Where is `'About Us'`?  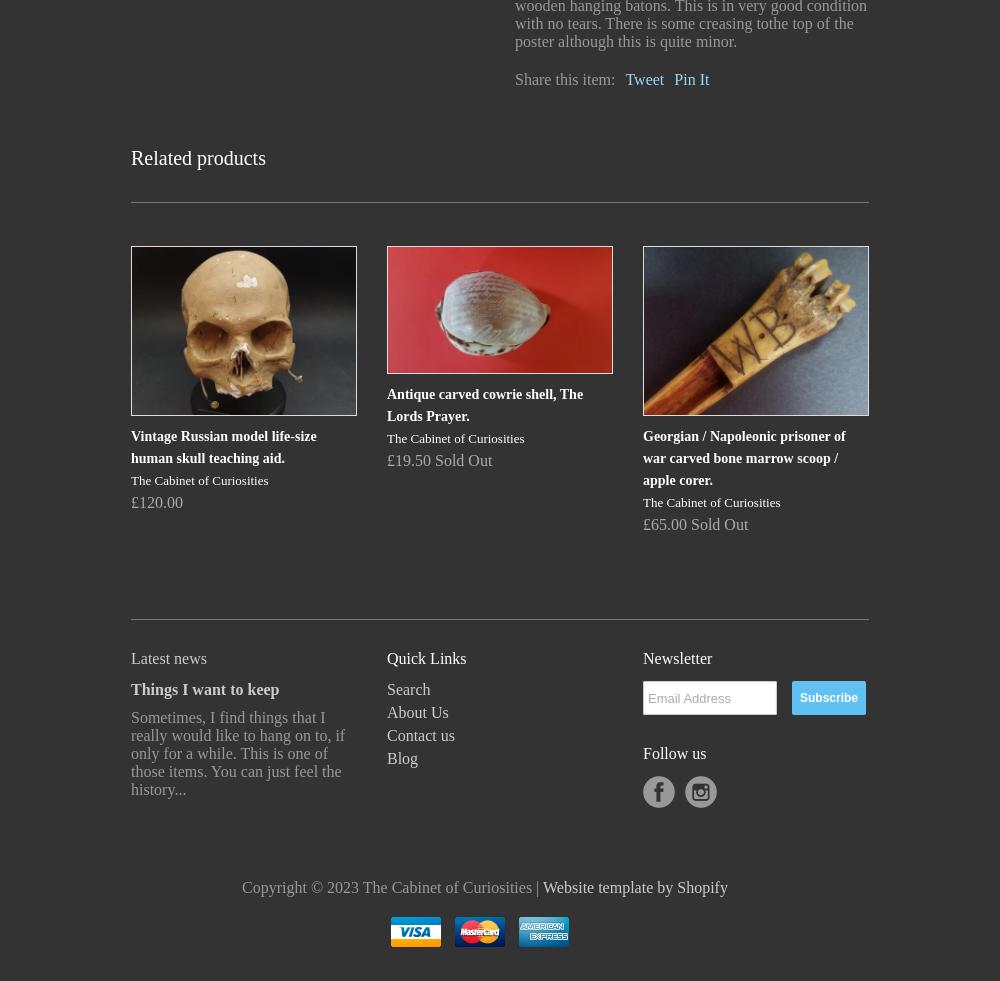 'About Us' is located at coordinates (387, 712).